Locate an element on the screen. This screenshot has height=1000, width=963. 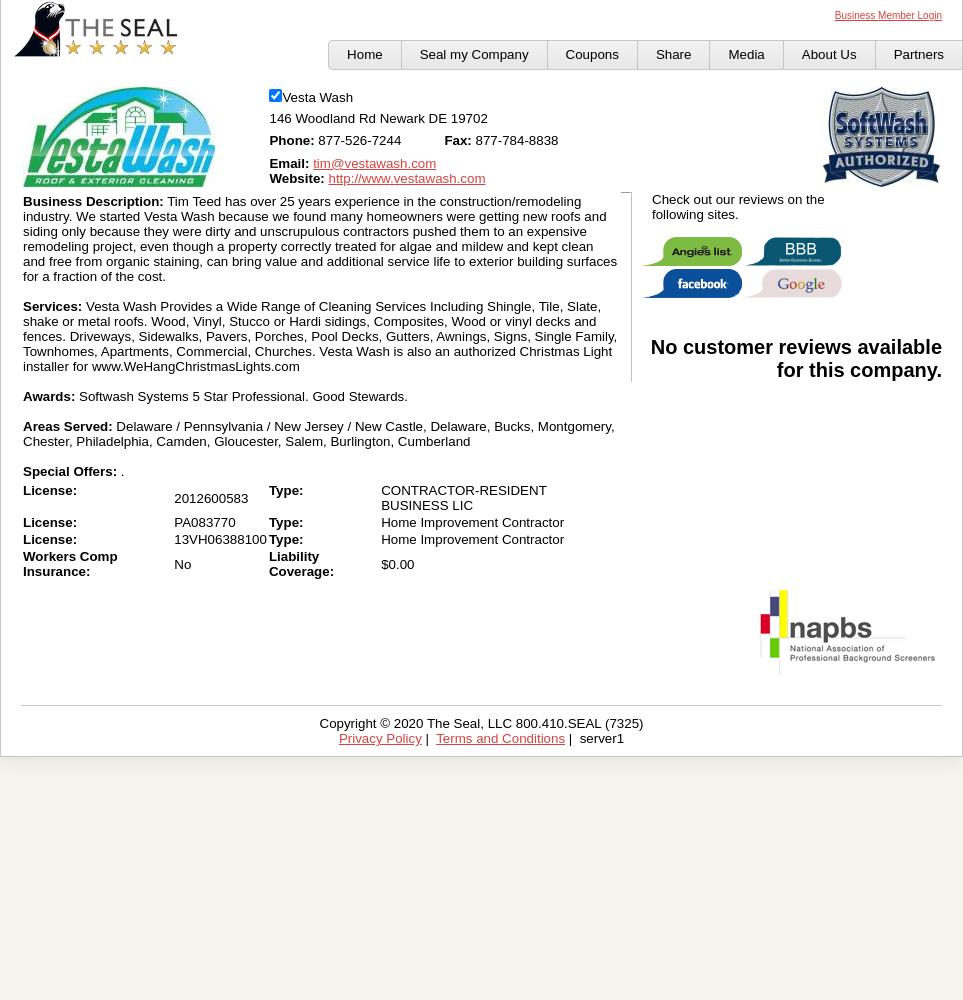
'| 
                server1' is located at coordinates (594, 737).